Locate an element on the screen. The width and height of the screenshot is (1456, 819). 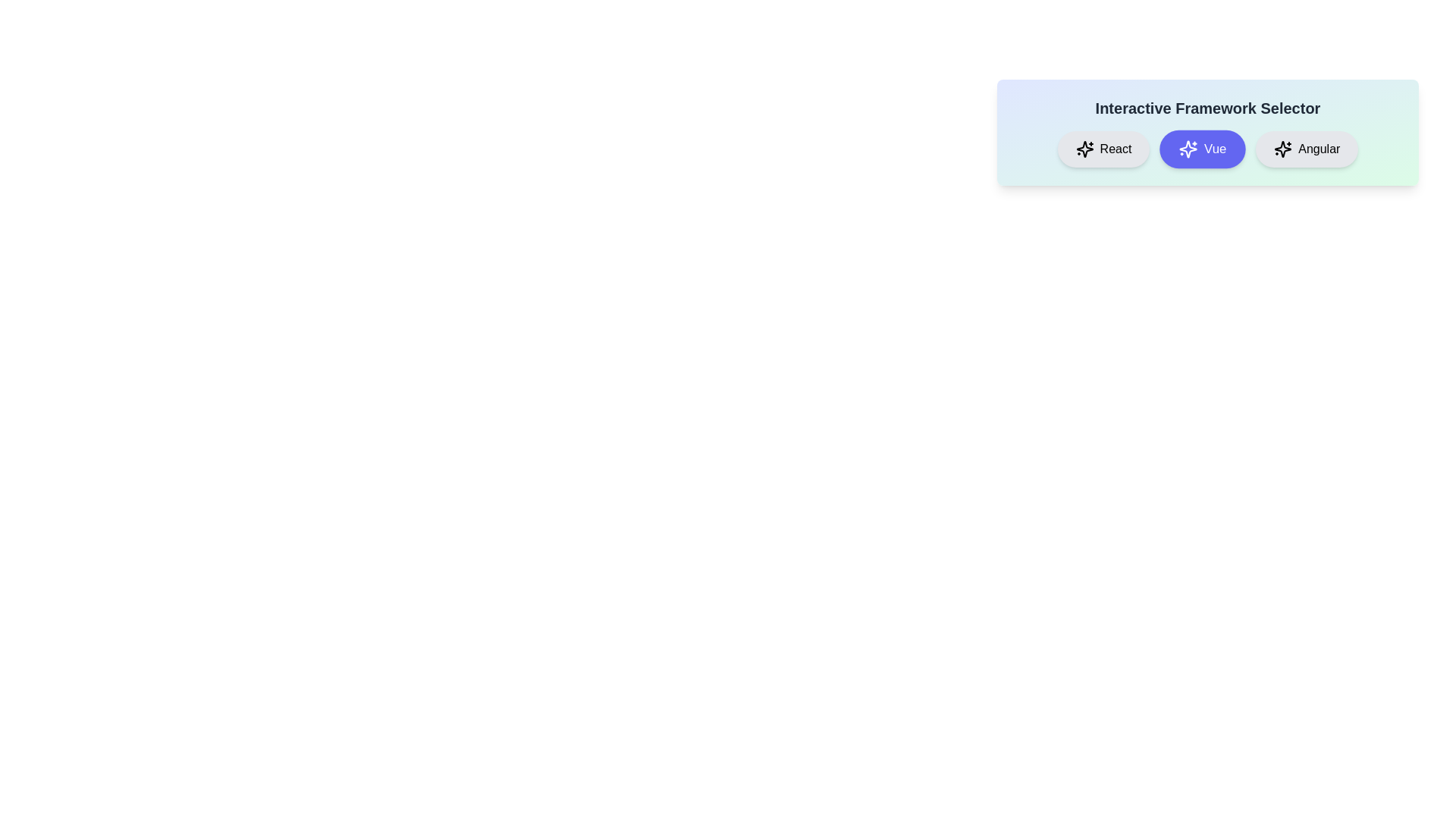
the chip labeled Vue is located at coordinates (1201, 149).